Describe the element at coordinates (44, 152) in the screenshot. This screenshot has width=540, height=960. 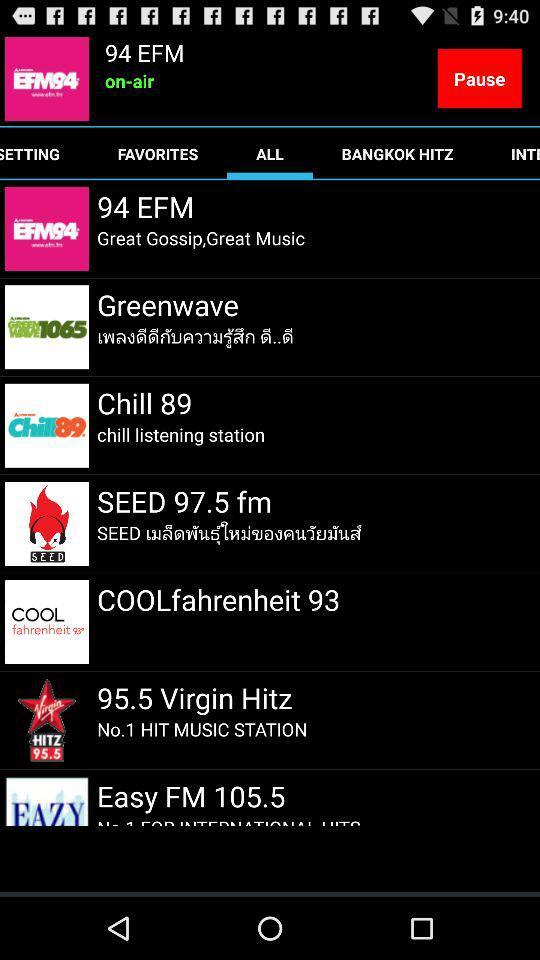
I see `icon to the left of the favorites` at that location.